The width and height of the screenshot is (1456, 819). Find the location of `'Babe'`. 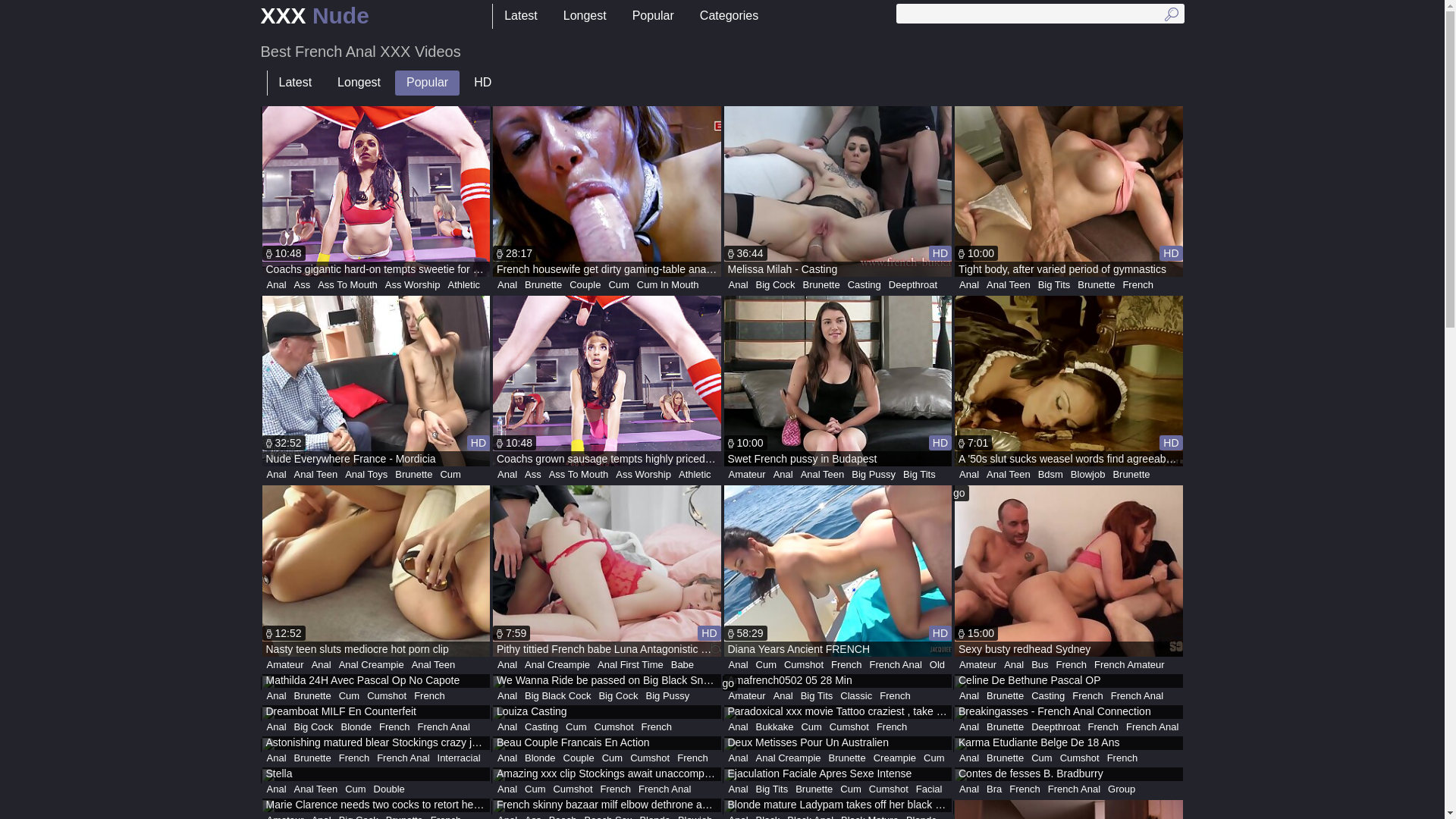

'Babe' is located at coordinates (682, 664).